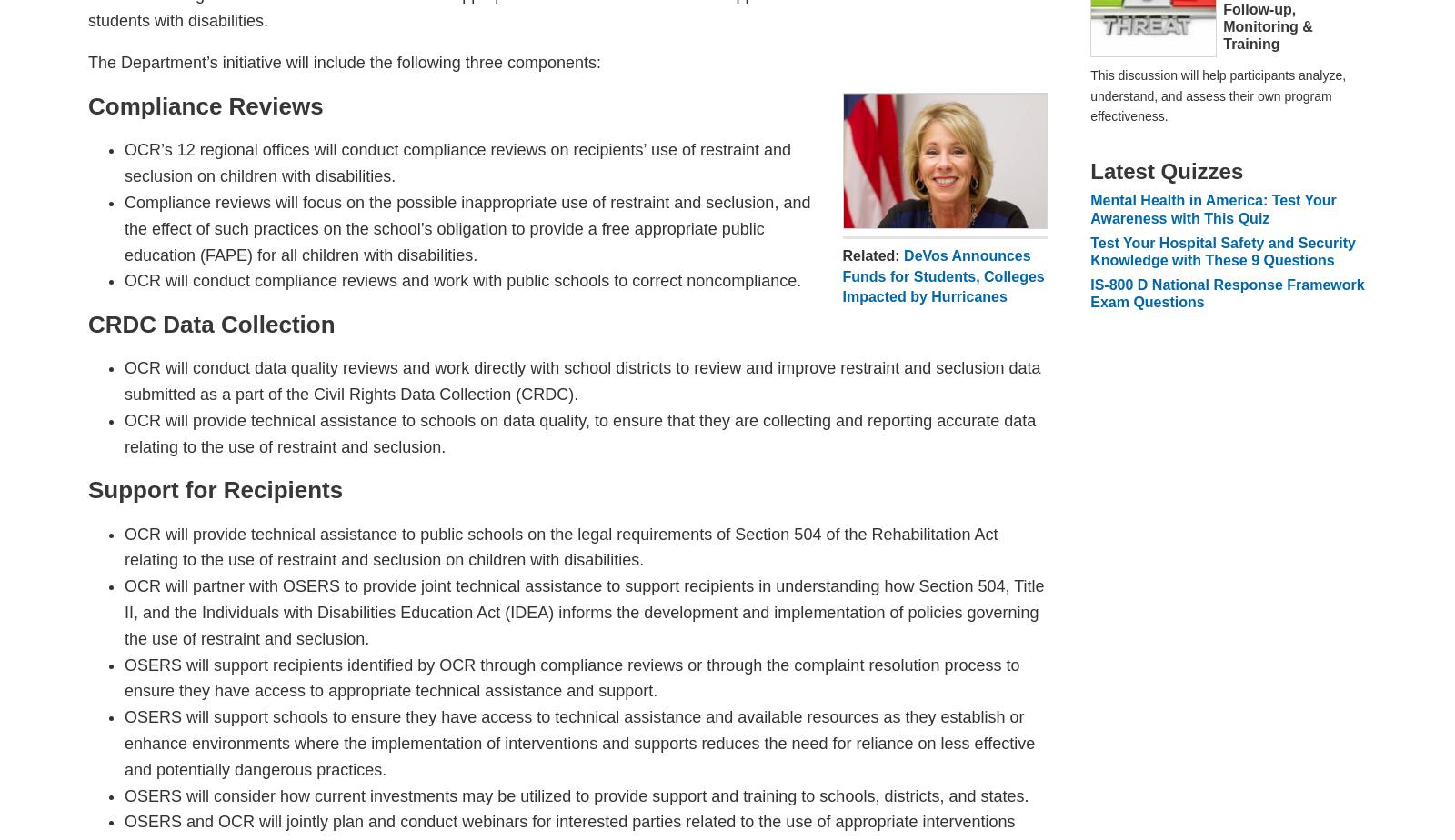  I want to click on 'Support for Recipients', so click(215, 489).